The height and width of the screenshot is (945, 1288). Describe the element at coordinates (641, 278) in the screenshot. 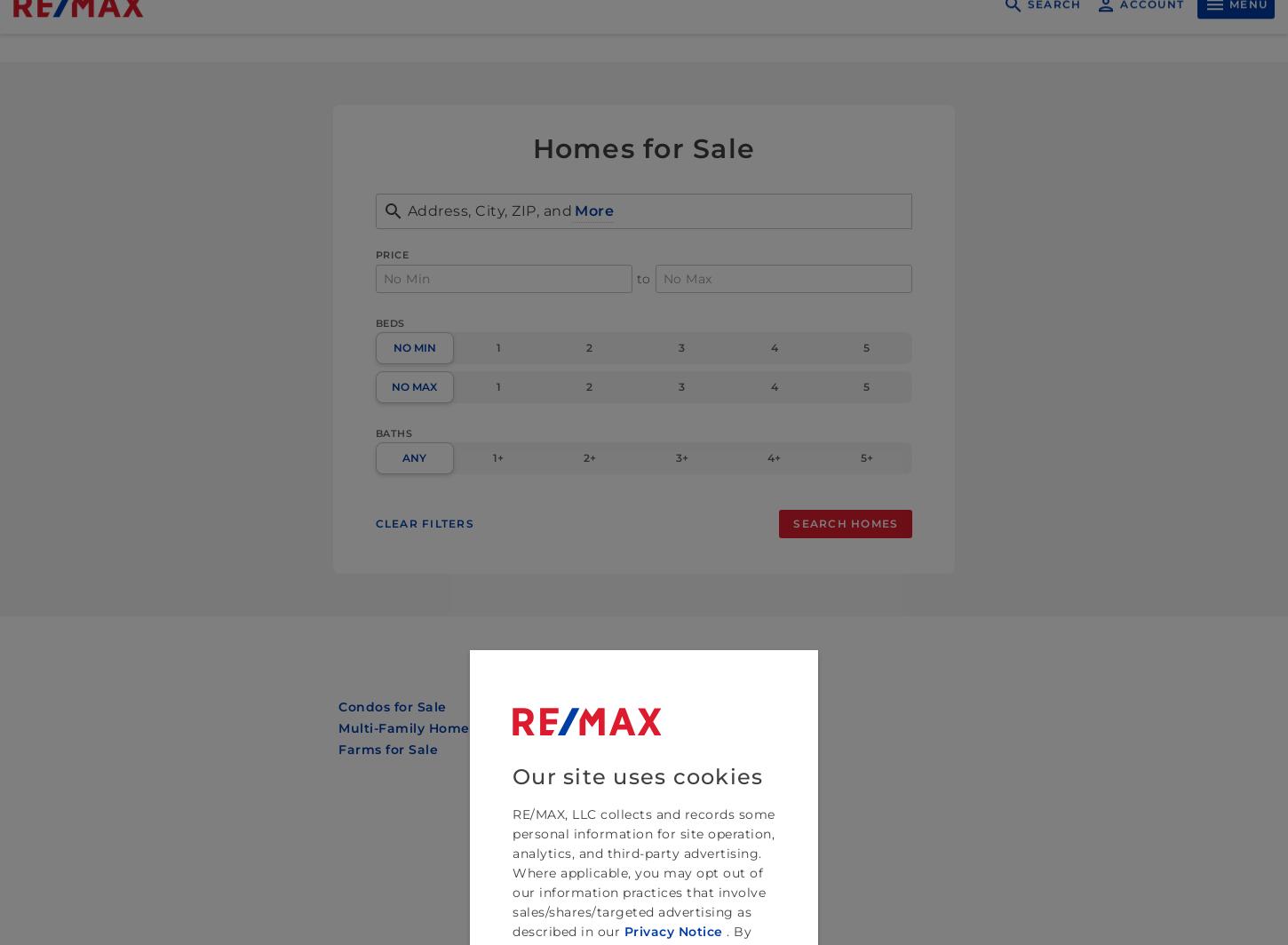

I see `'to'` at that location.